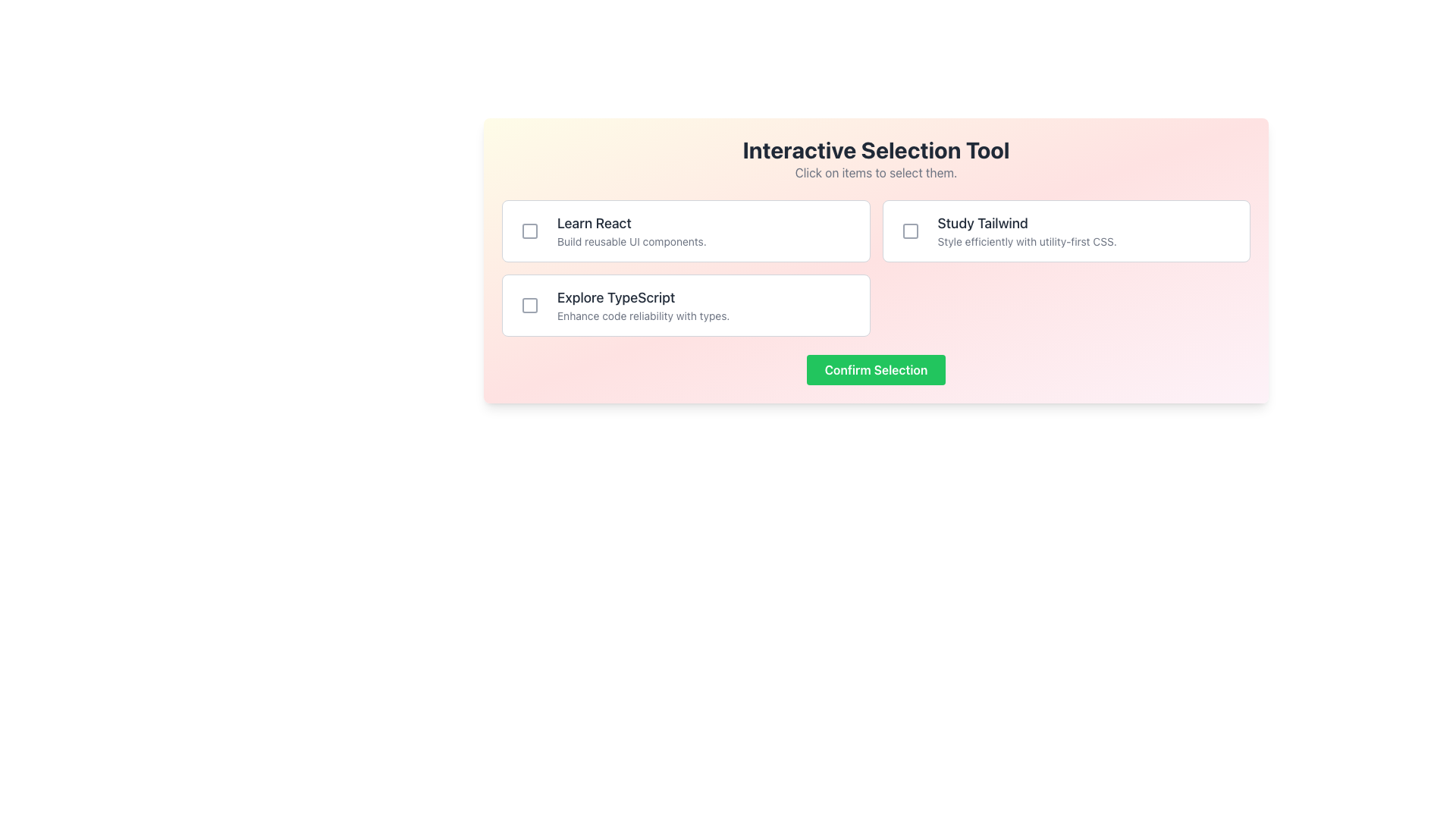 This screenshot has height=819, width=1456. I want to click on the third selectable list item with a checkbox that represents an option to explore learning about TypeScript, so click(685, 305).